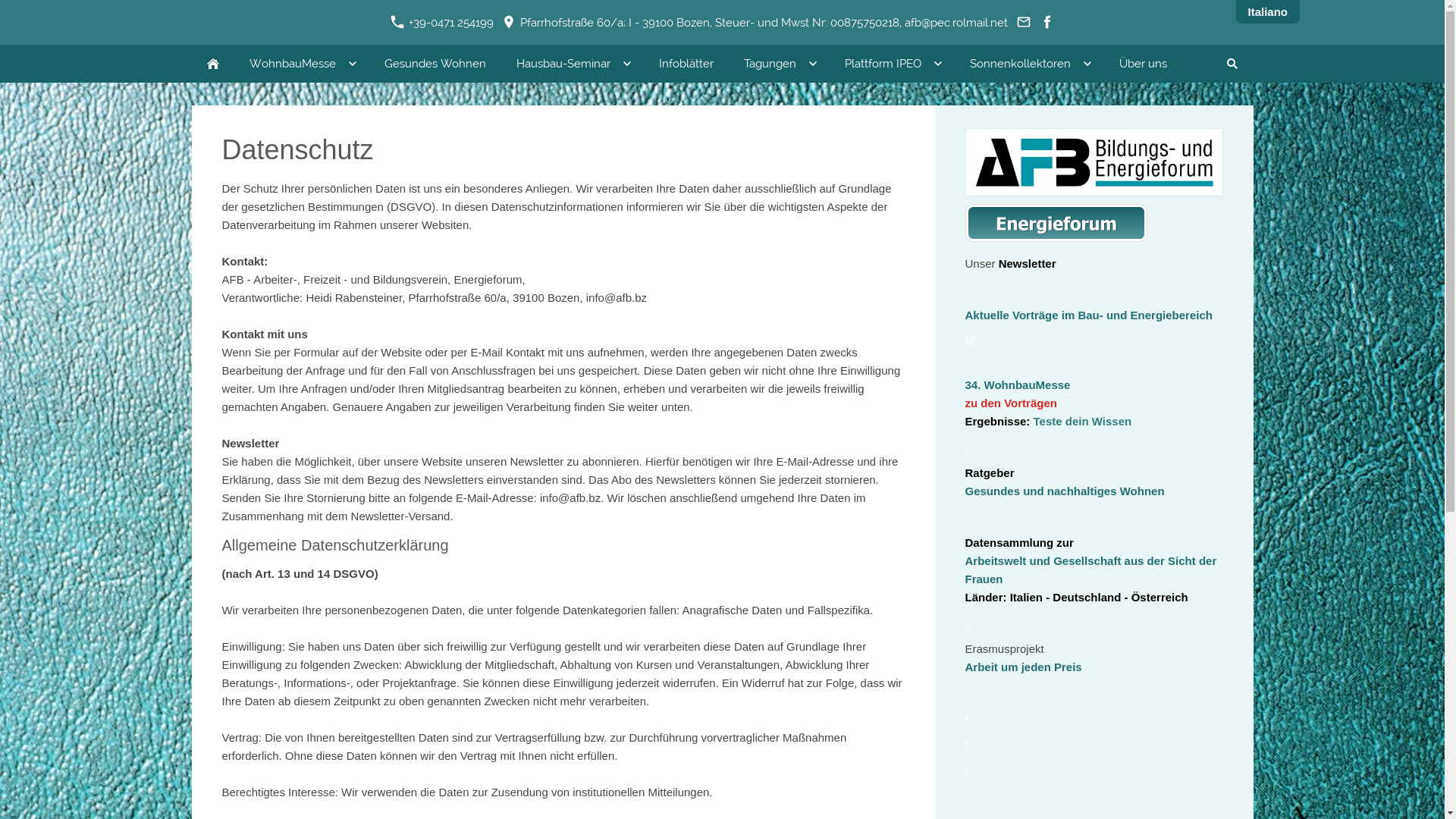 The width and height of the screenshot is (1456, 819). Describe the element at coordinates (301, 63) in the screenshot. I see `'WohnbauMesse'` at that location.